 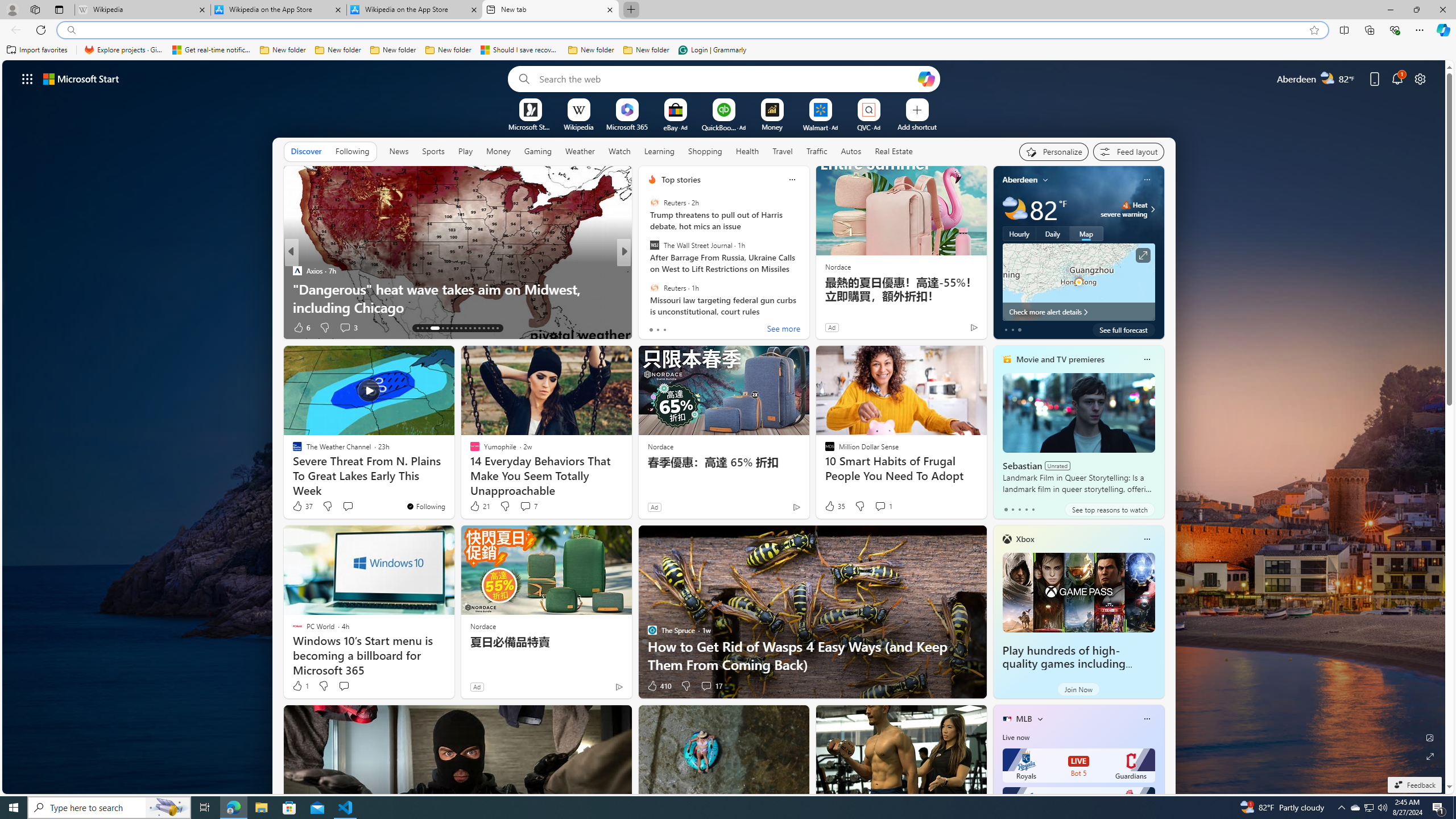 What do you see at coordinates (806, 307) in the screenshot?
I see `'14 Quiet Ways People Get Revenge'` at bounding box center [806, 307].